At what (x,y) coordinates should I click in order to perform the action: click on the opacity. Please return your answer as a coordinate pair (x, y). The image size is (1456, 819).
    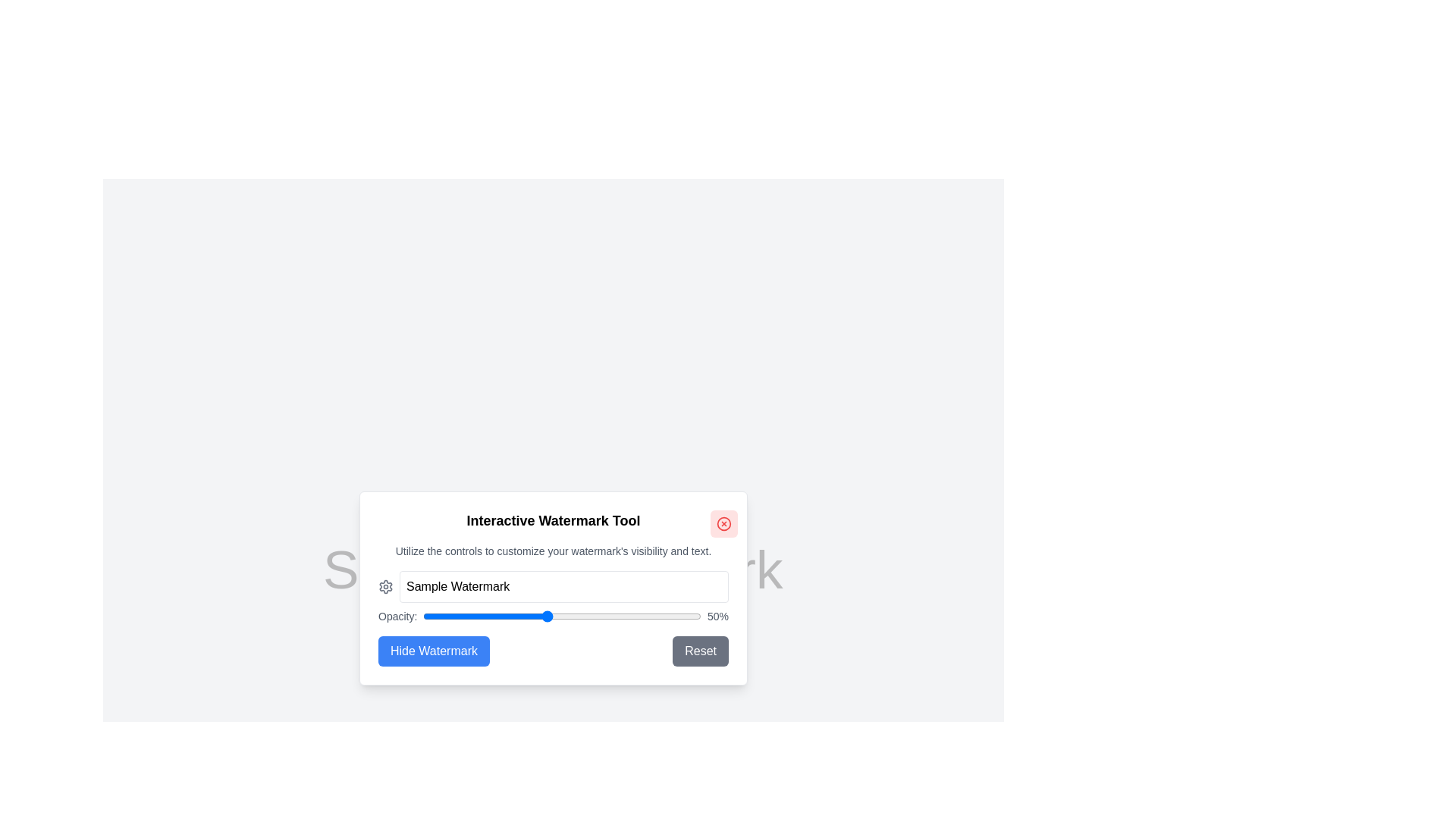
    Looking at the image, I should click on (544, 617).